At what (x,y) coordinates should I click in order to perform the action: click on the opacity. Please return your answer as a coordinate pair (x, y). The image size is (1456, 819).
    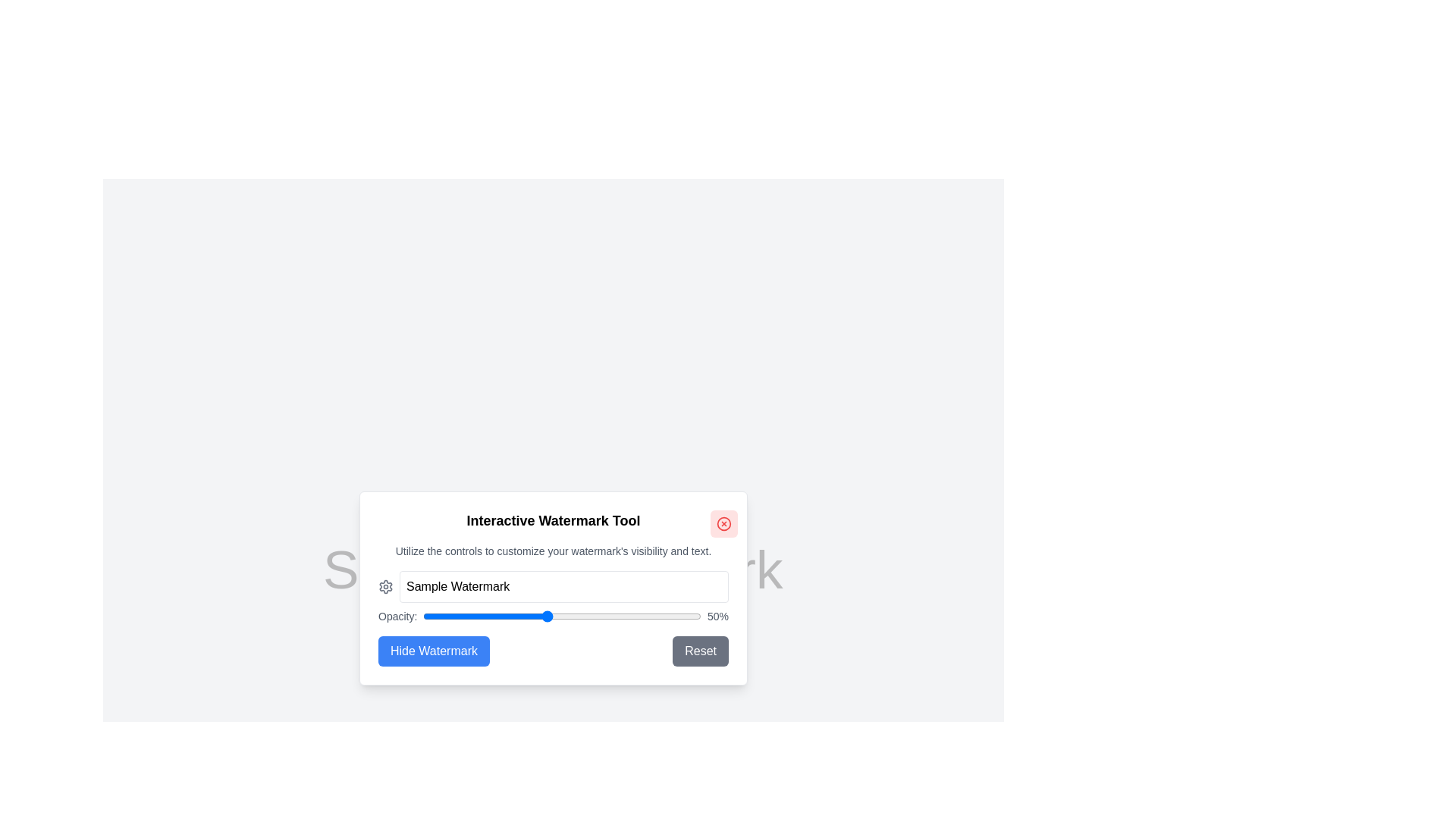
    Looking at the image, I should click on (544, 617).